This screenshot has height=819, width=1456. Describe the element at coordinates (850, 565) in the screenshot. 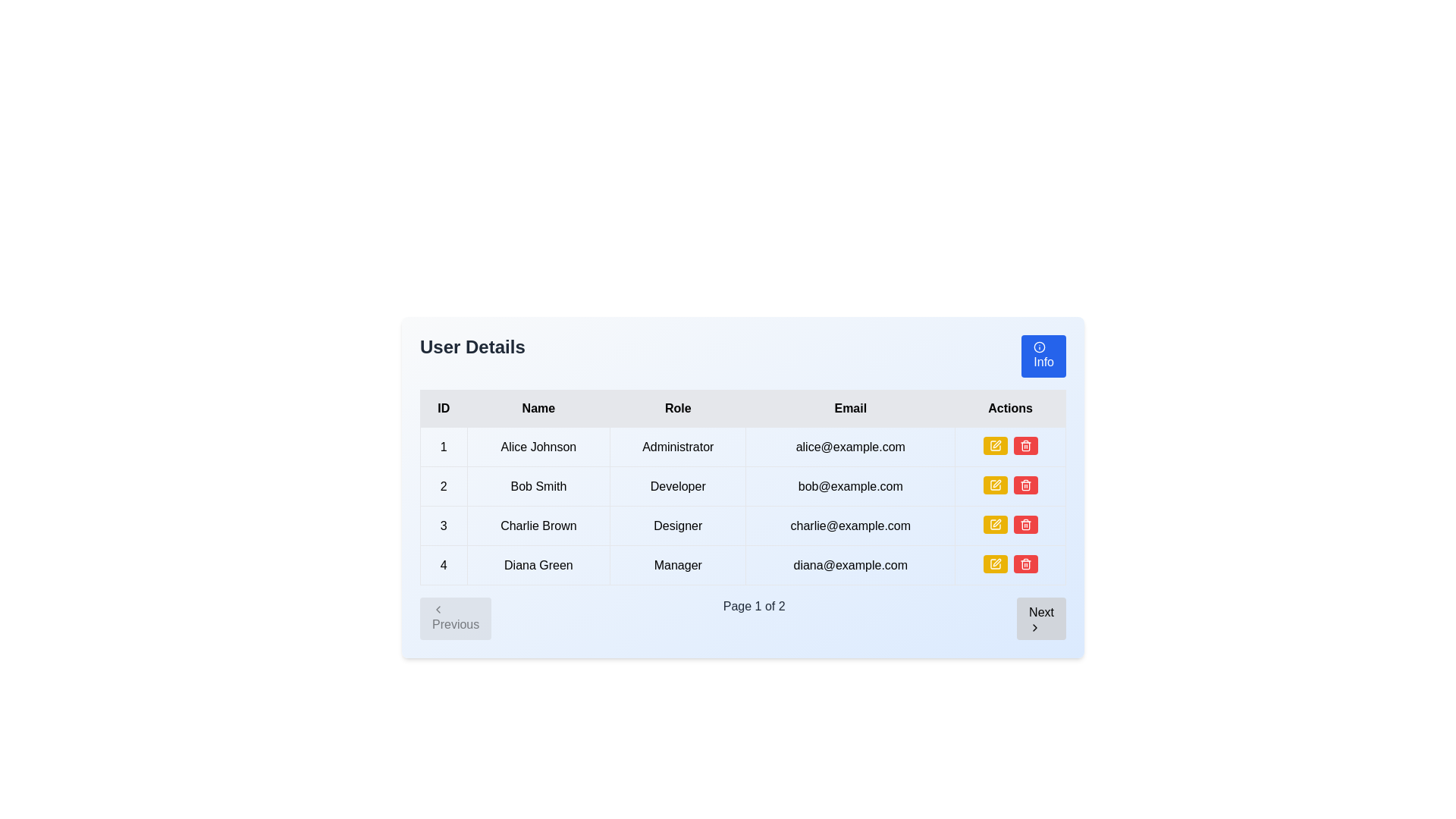

I see `the static text displaying the email address of user 'Diana Green' located in the 'Email' column of the fourth row in the table` at that location.